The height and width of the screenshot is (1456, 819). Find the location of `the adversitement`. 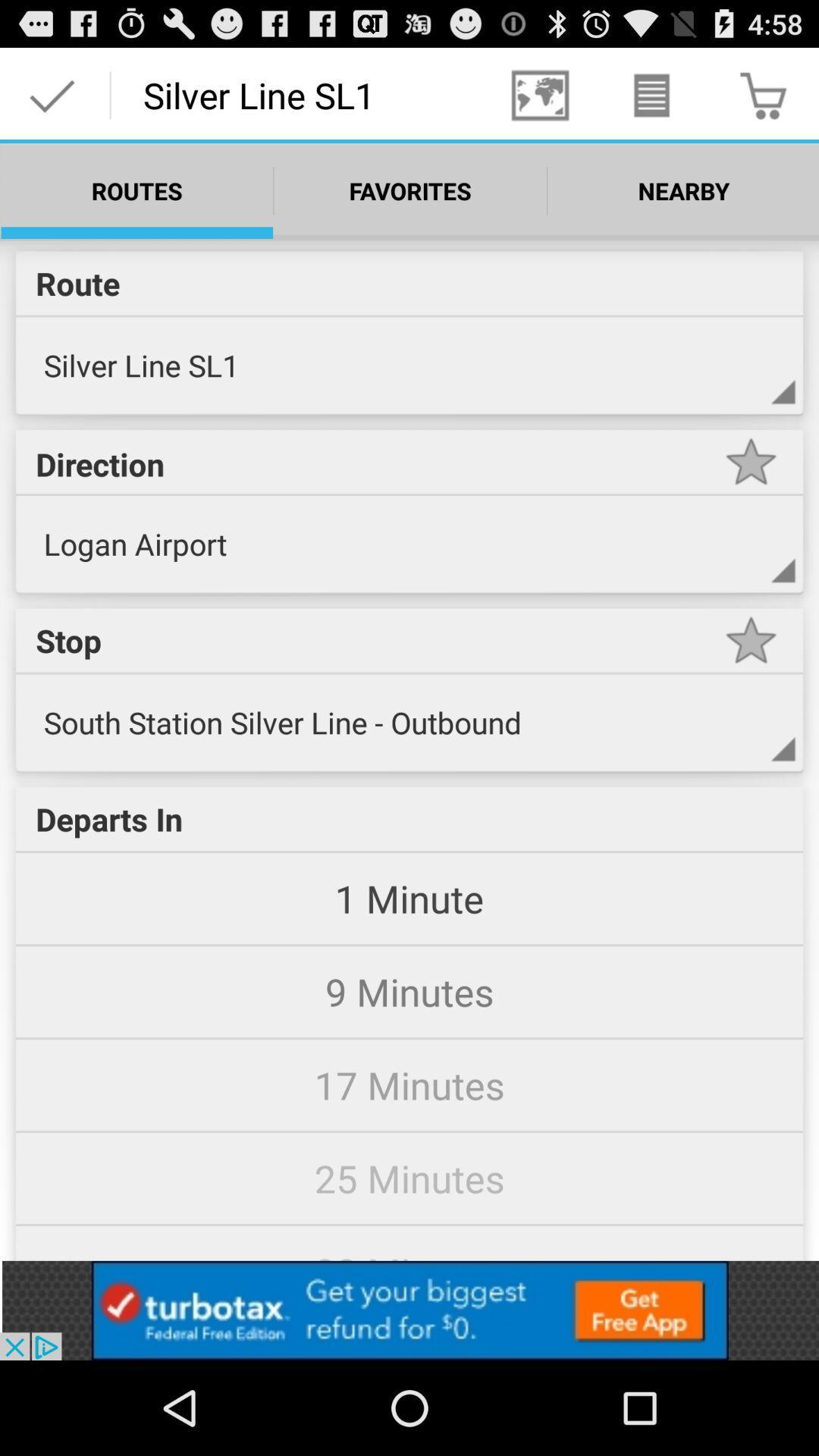

the adversitement is located at coordinates (409, 1310).